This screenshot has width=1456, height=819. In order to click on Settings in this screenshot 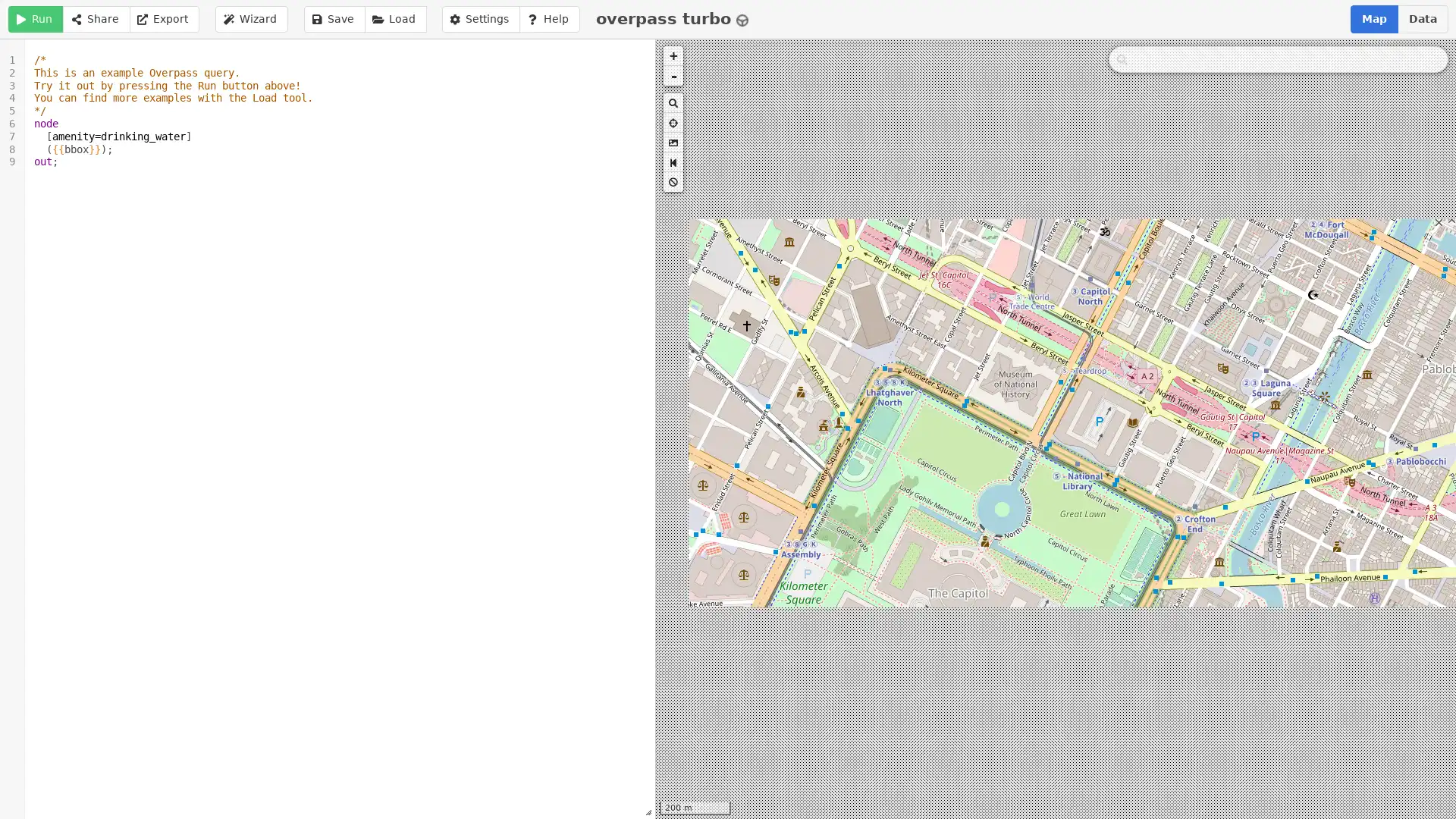, I will do `click(479, 19)`.